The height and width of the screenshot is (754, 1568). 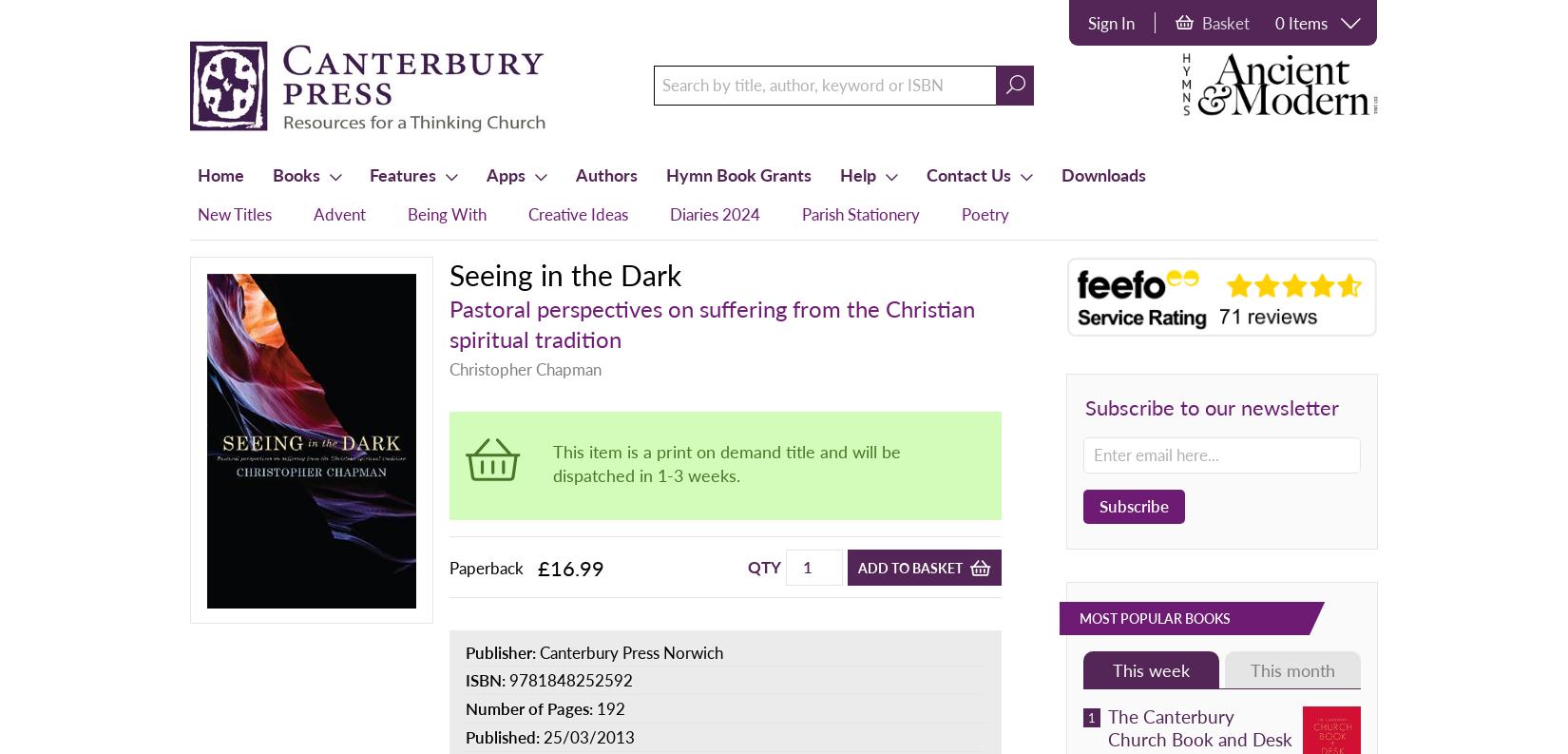 What do you see at coordinates (485, 567) in the screenshot?
I see `'Paperback'` at bounding box center [485, 567].